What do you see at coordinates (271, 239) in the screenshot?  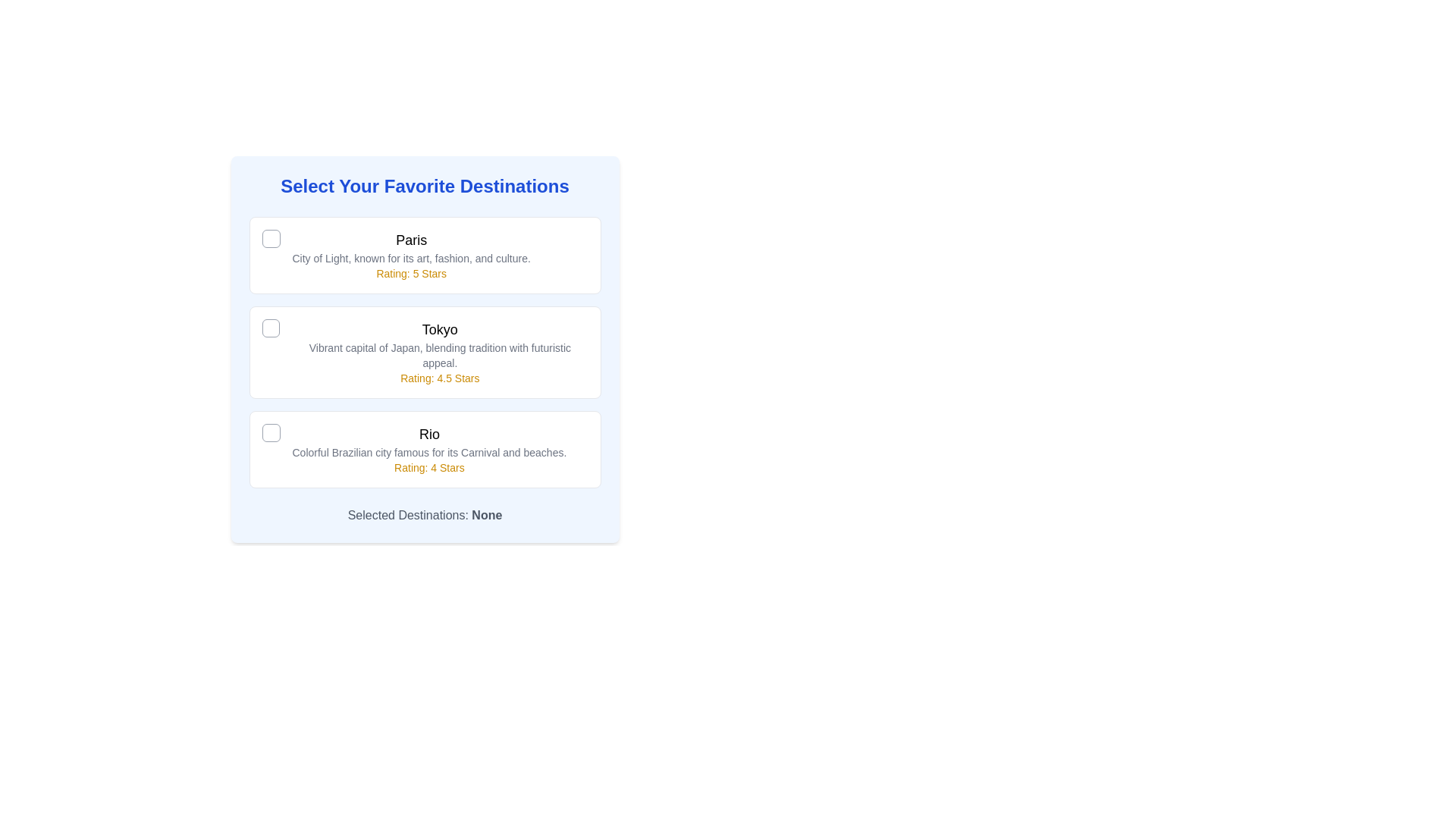 I see `the checkbox located to the left of the text 'Paris, City of Light, known for its art, fashion, and culture. Rating: 5 Stars'` at bounding box center [271, 239].